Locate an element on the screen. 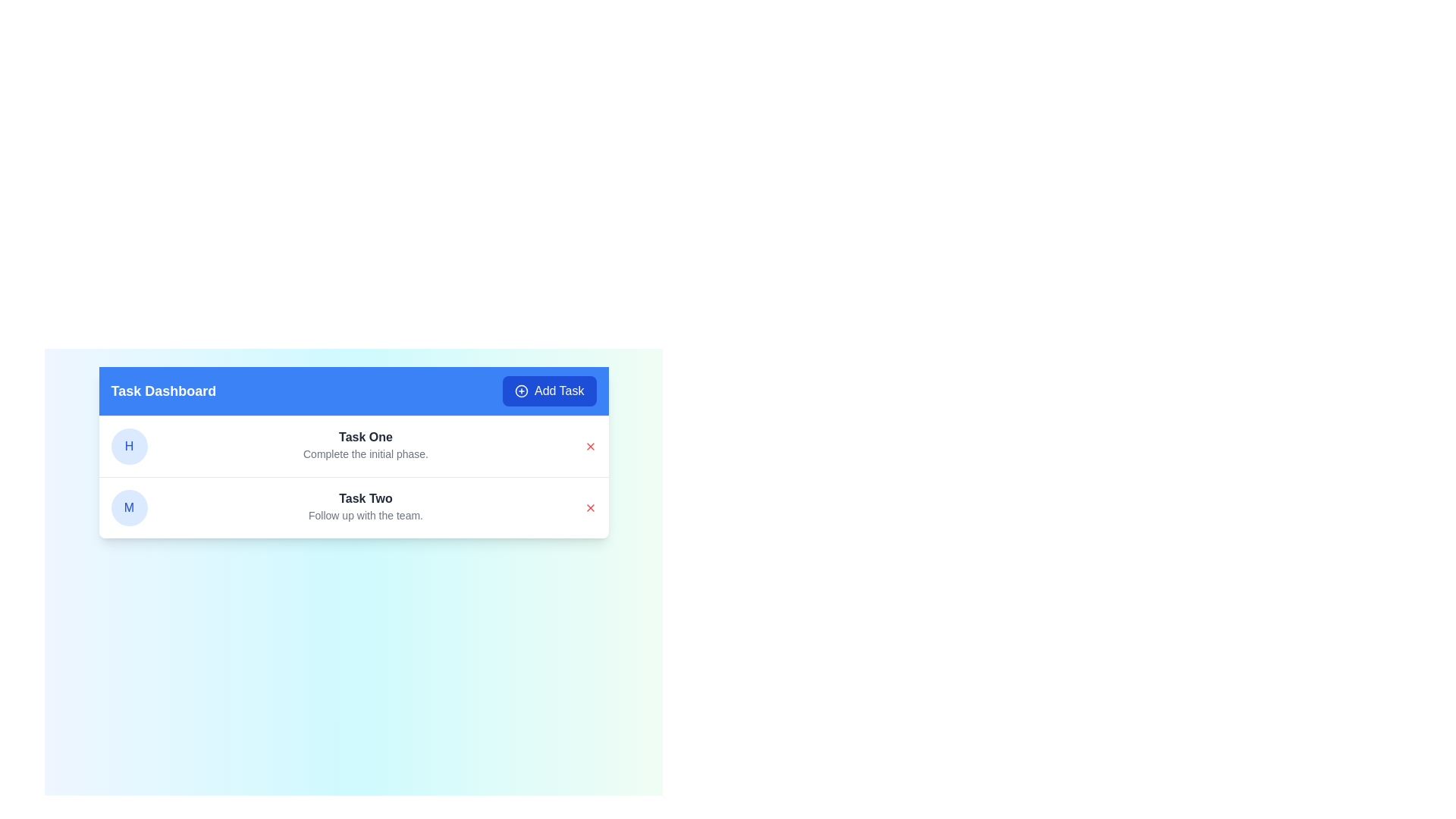 Image resolution: width=1456 pixels, height=819 pixels. the text label displaying 'Follow up with the team.' which is styled in small gray font and located beneath 'Task Two' is located at coordinates (366, 514).